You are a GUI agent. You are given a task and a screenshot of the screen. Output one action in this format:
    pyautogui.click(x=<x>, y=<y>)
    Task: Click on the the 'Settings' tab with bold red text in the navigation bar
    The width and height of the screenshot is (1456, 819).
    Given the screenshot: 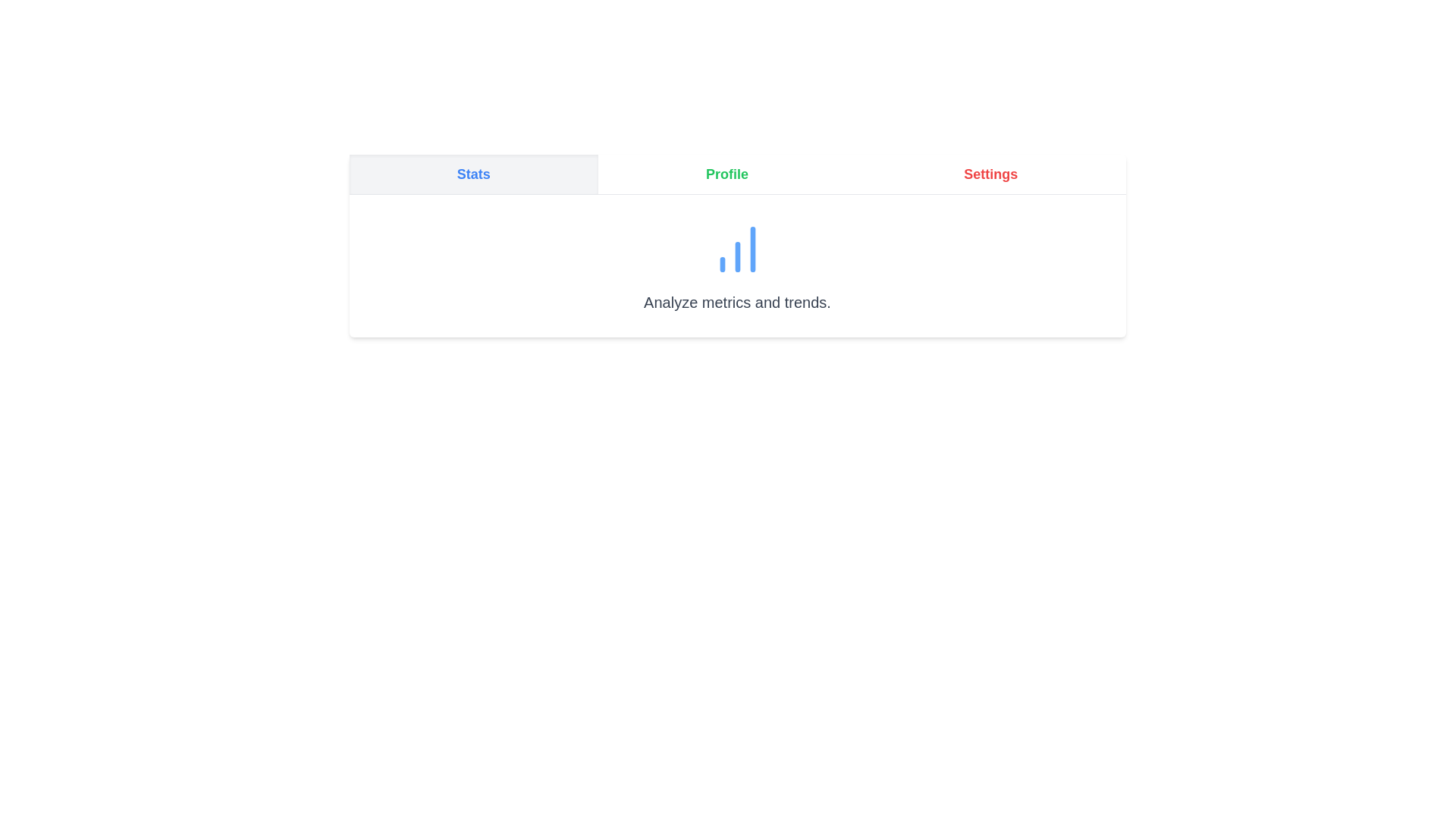 What is the action you would take?
    pyautogui.click(x=990, y=174)
    